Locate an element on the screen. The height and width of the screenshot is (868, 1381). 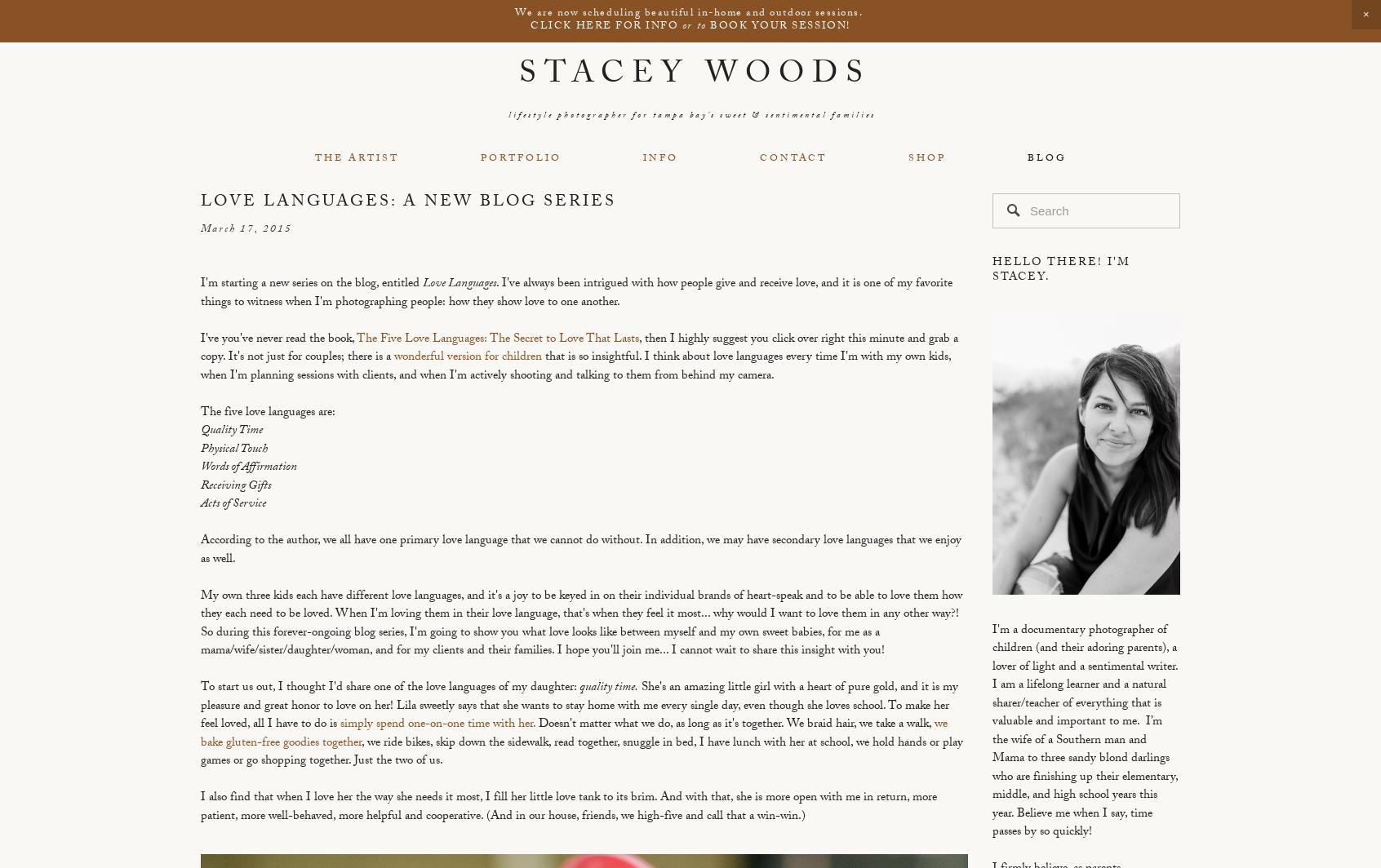
'wonderful version for children' is located at coordinates (393, 358).